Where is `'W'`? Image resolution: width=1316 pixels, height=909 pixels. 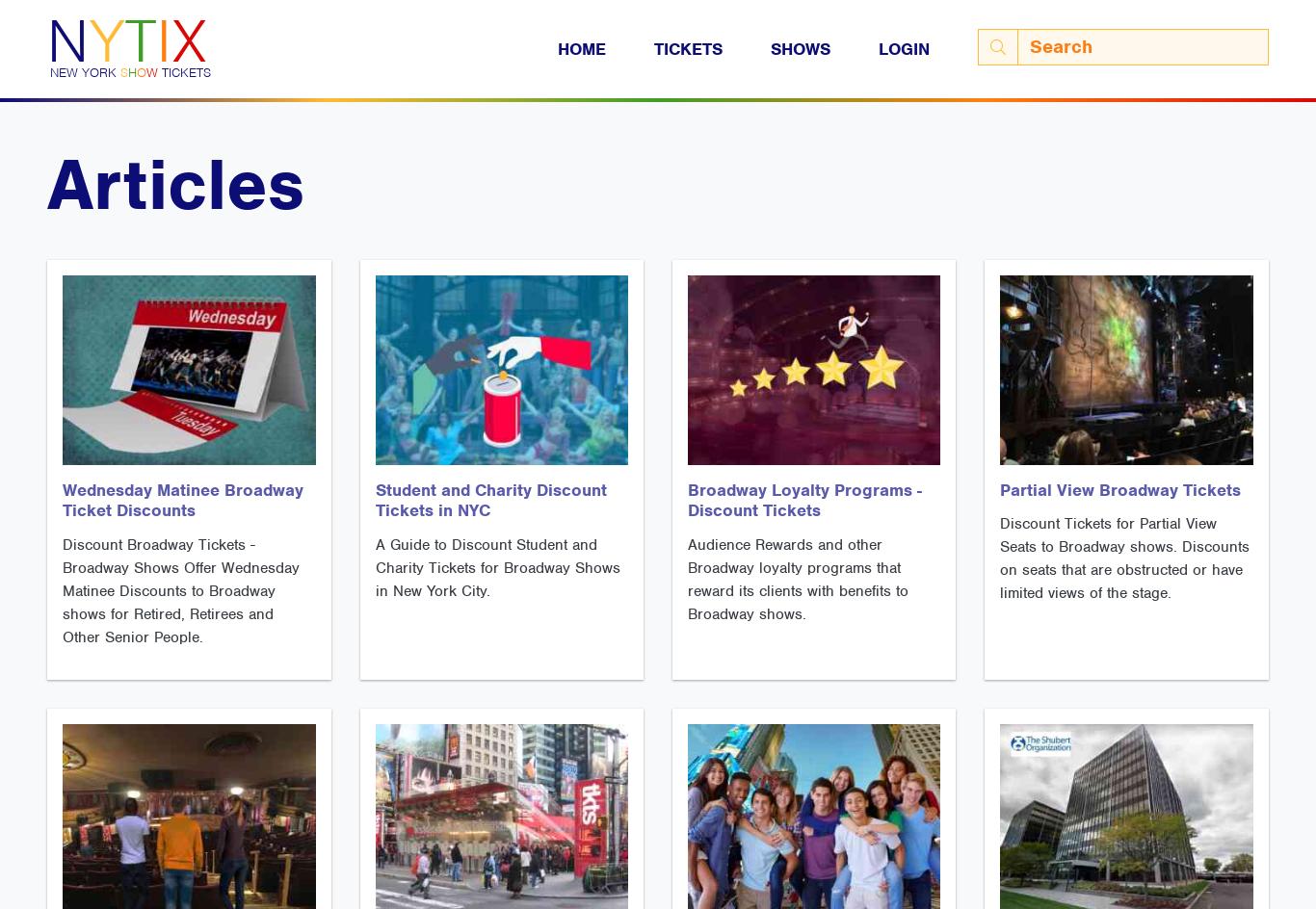
'W' is located at coordinates (145, 71).